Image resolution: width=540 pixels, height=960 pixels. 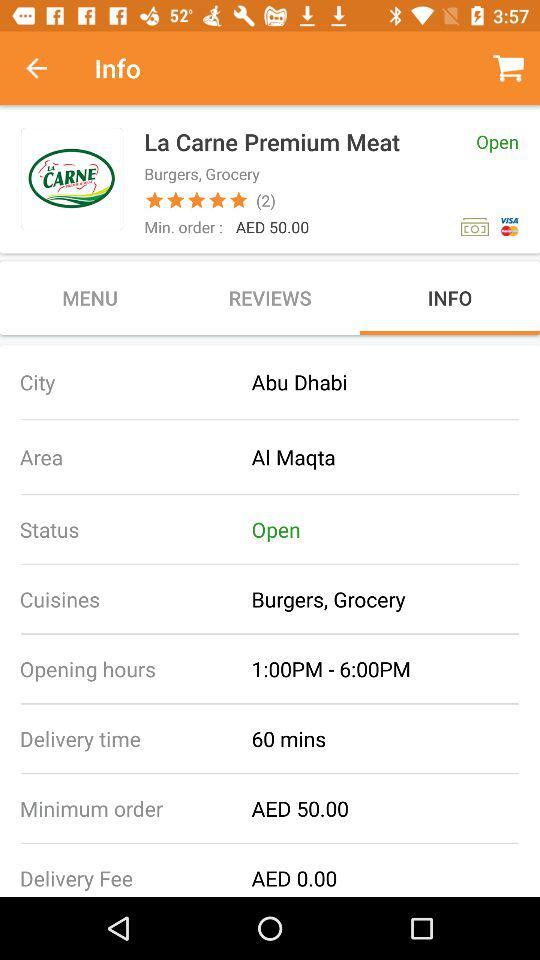 What do you see at coordinates (47, 68) in the screenshot?
I see `return to previous` at bounding box center [47, 68].